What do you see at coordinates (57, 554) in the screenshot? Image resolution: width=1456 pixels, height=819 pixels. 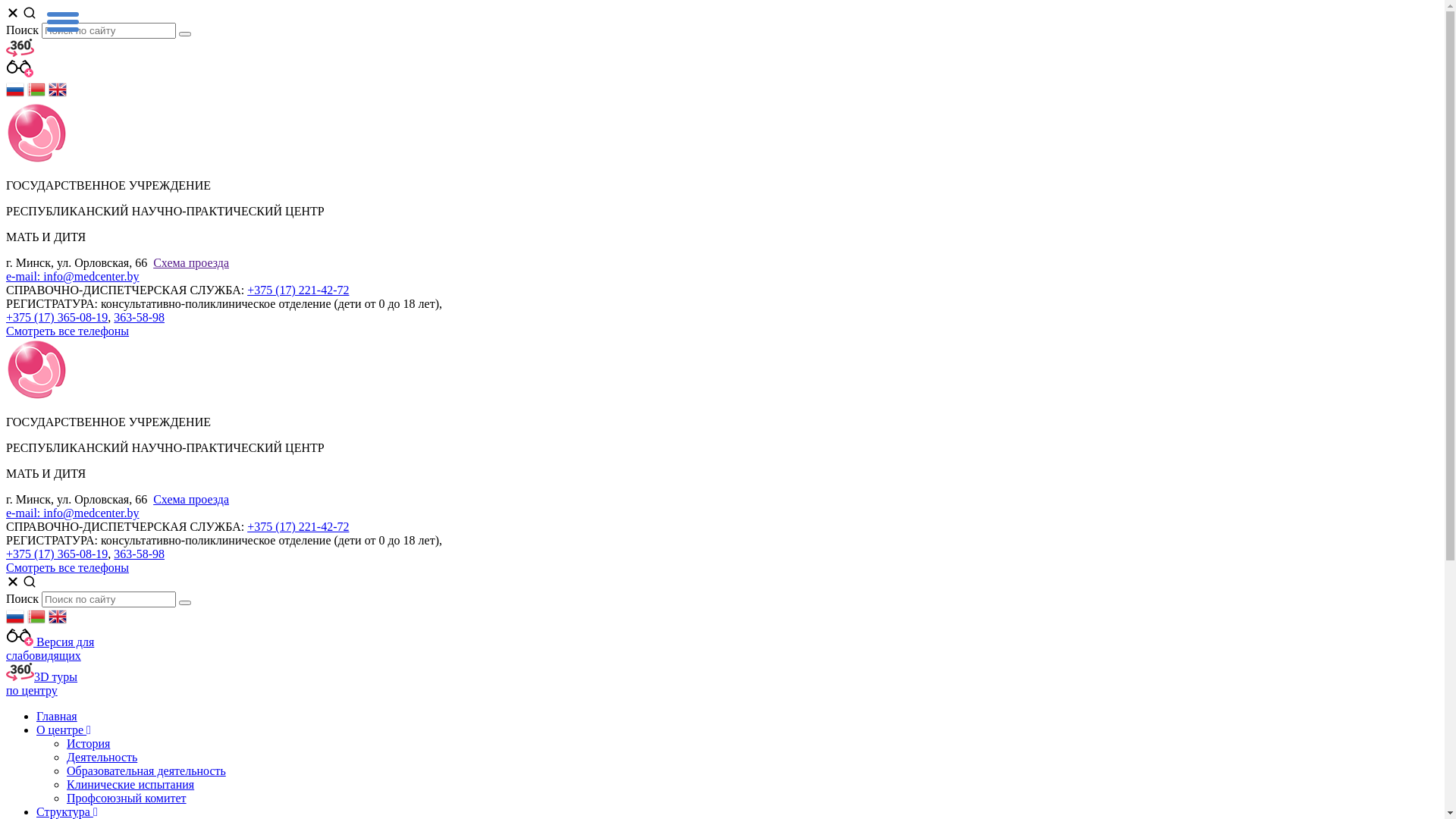 I see `'+375 (17) 365-08-19'` at bounding box center [57, 554].